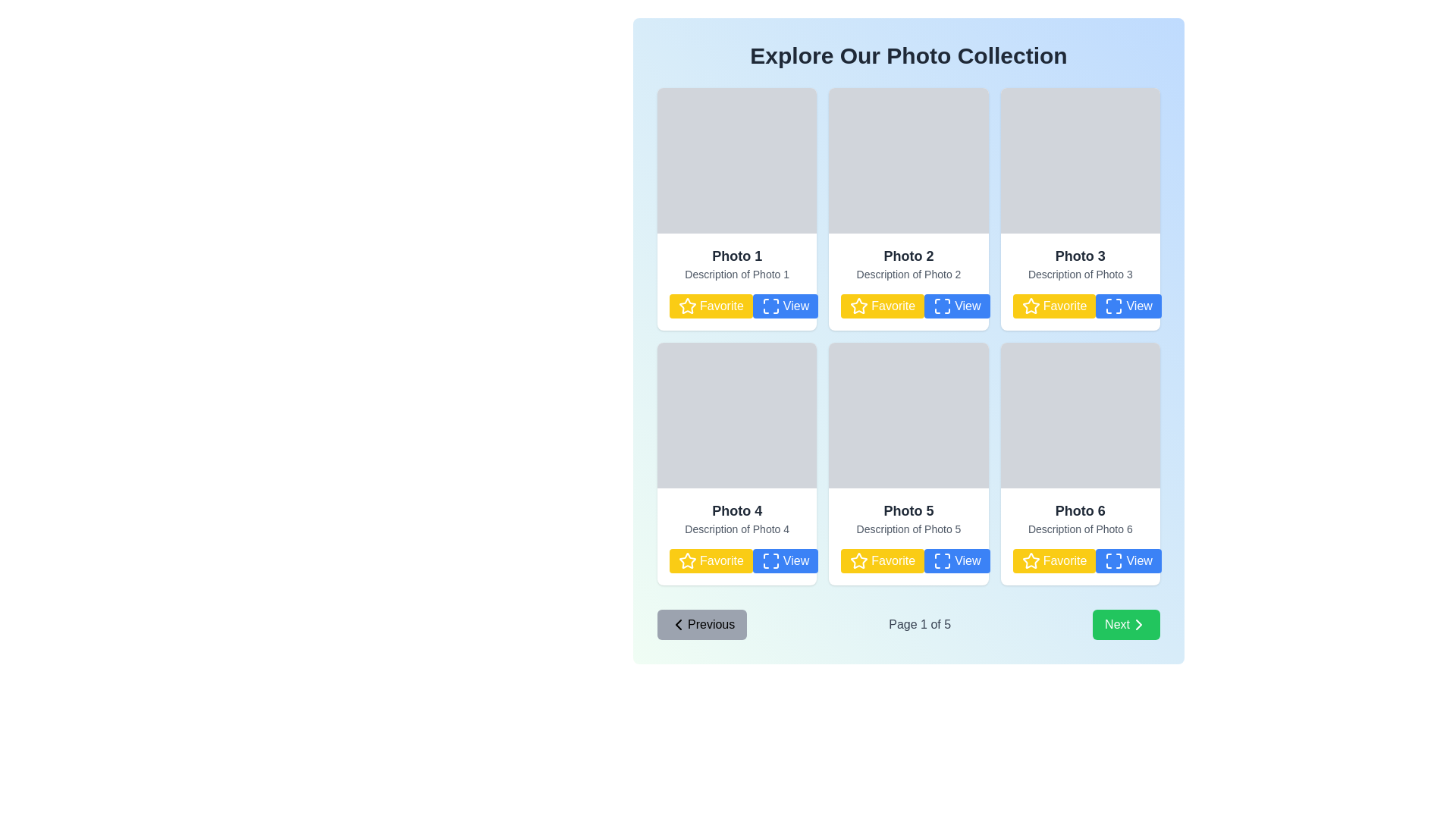 The height and width of the screenshot is (819, 1456). Describe the element at coordinates (701, 625) in the screenshot. I see `the 'Previous' button, which is a rectangular button with rounded corners, light gray background, and a left-pointing chevron icon, located at the bottom left of the main layout` at that location.